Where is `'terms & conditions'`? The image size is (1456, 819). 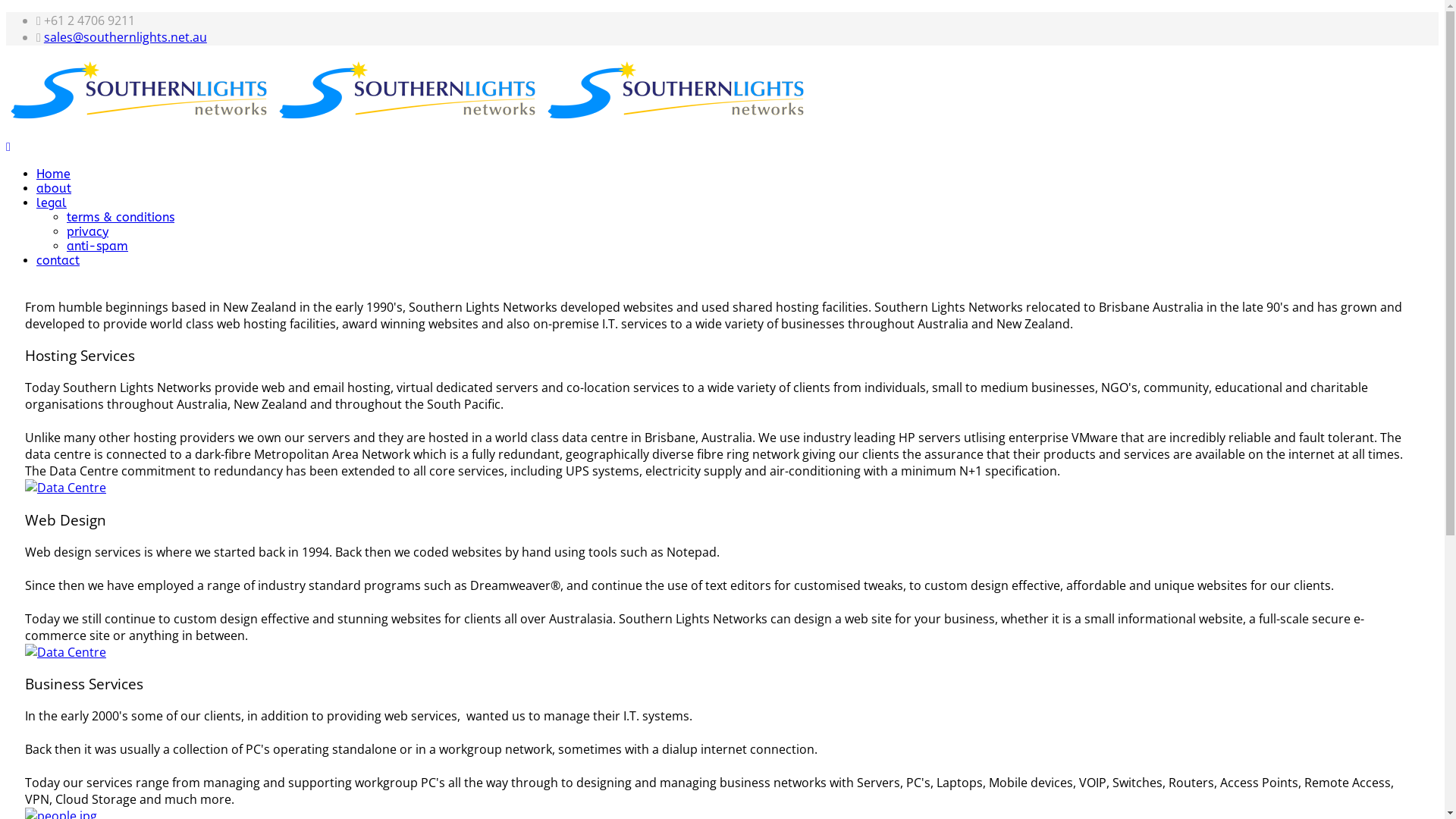 'terms & conditions' is located at coordinates (65, 217).